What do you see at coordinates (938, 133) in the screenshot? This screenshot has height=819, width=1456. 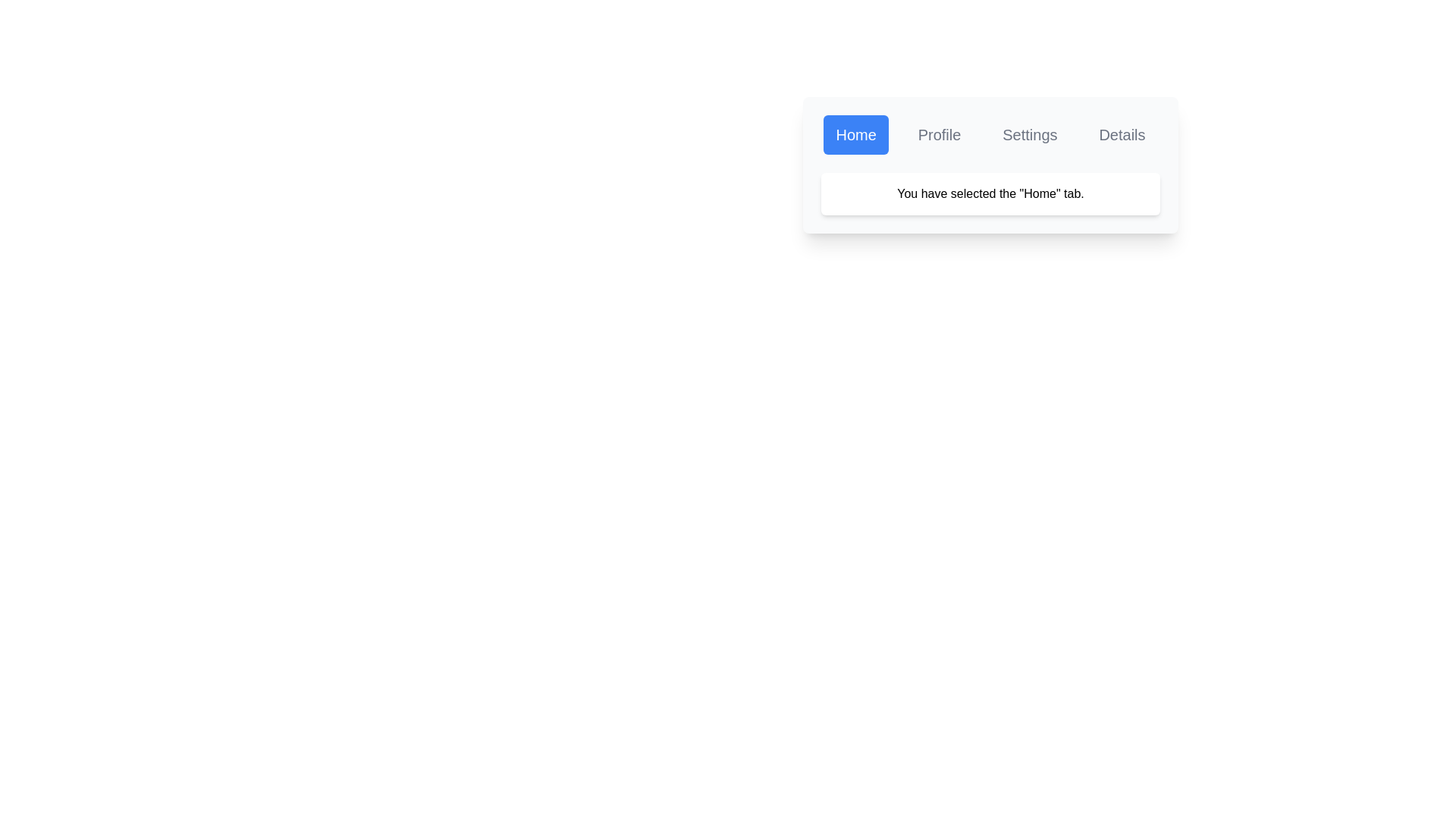 I see `the Profile tab` at bounding box center [938, 133].